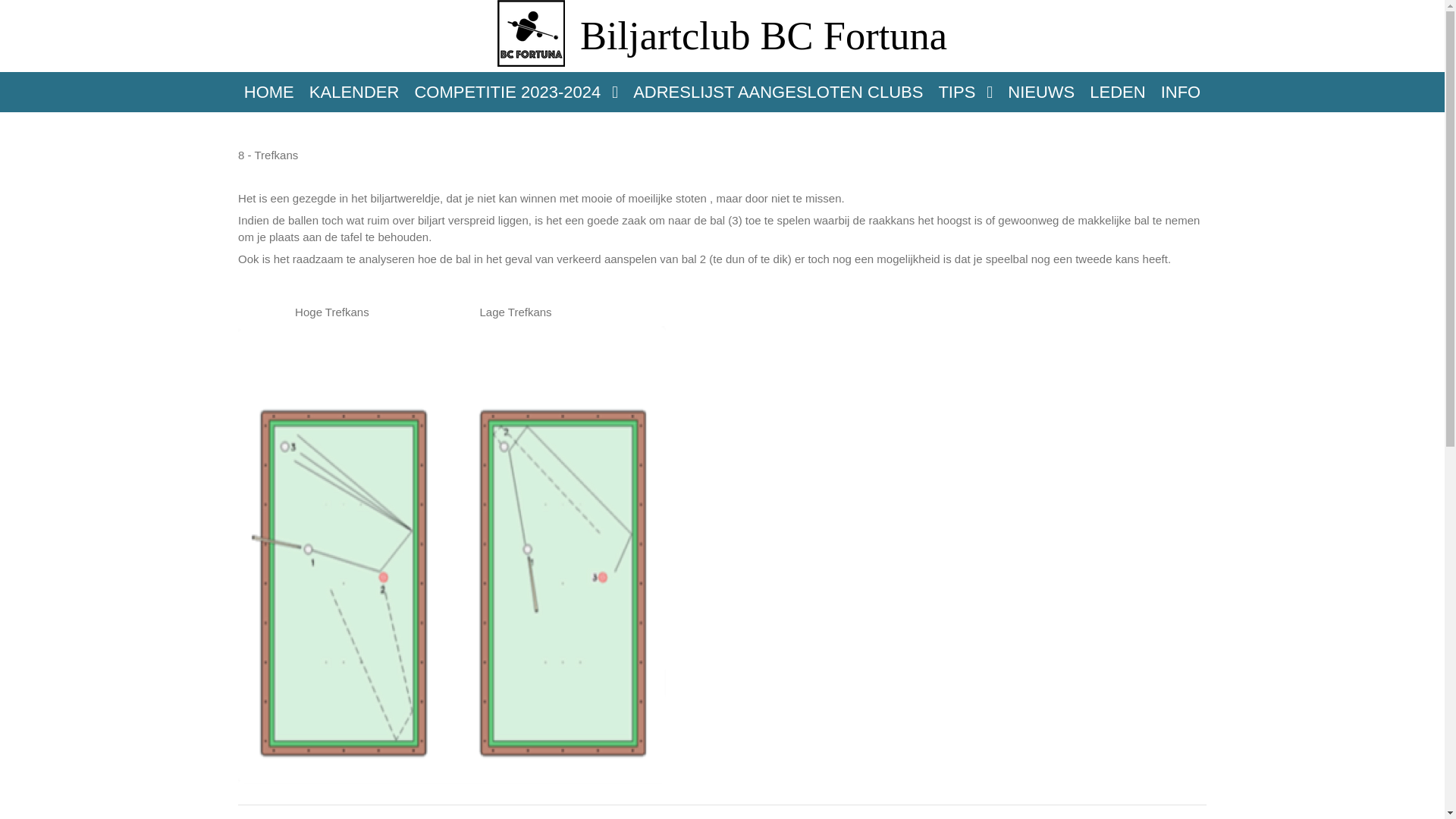 Image resolution: width=1456 pixels, height=819 pixels. I want to click on 'COMPETITIE 2023-2024', so click(516, 91).